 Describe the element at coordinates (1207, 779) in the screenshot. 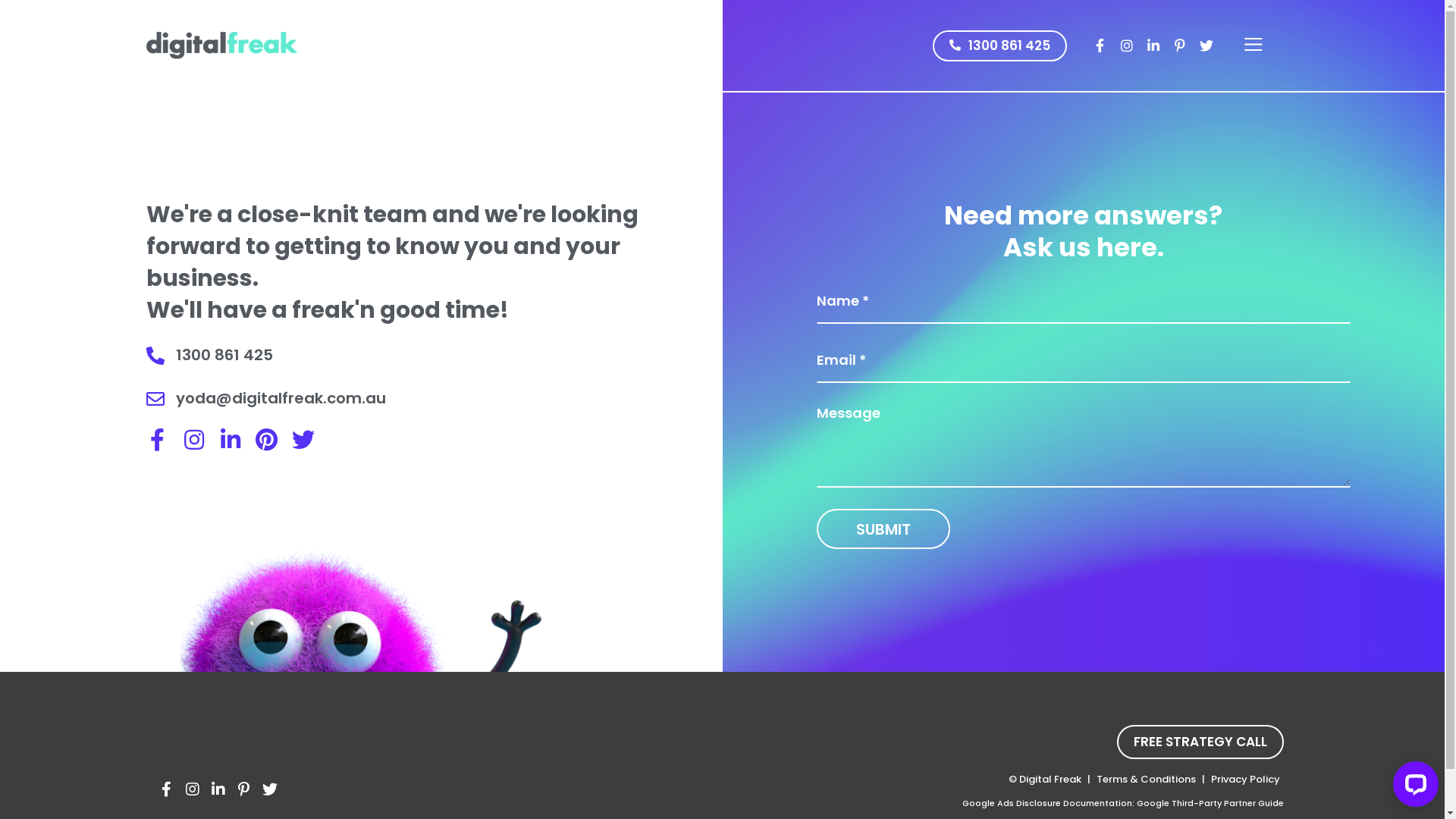

I see `'Privacy Policy'` at that location.